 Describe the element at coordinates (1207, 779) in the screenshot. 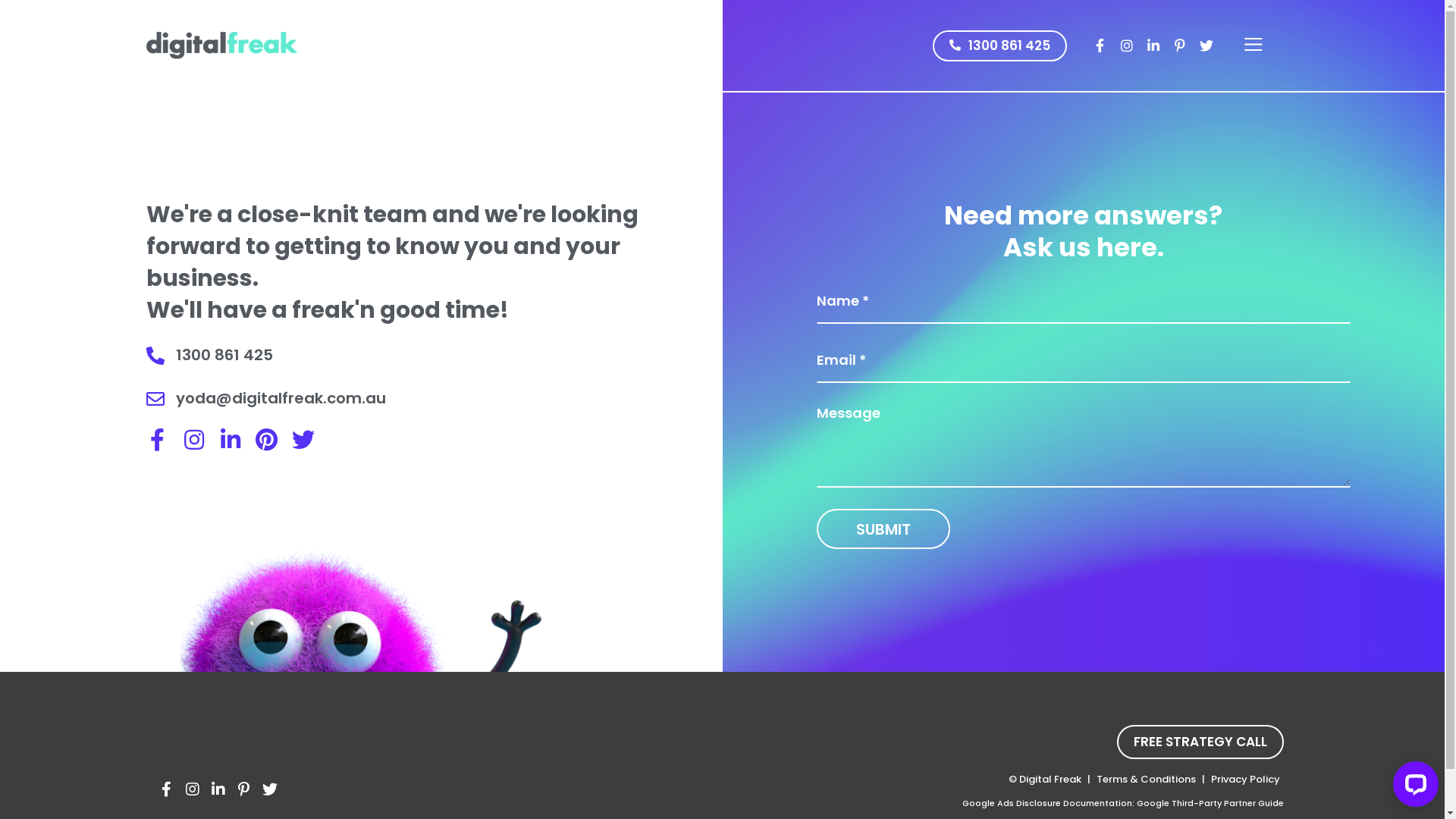

I see `'Privacy Policy'` at that location.